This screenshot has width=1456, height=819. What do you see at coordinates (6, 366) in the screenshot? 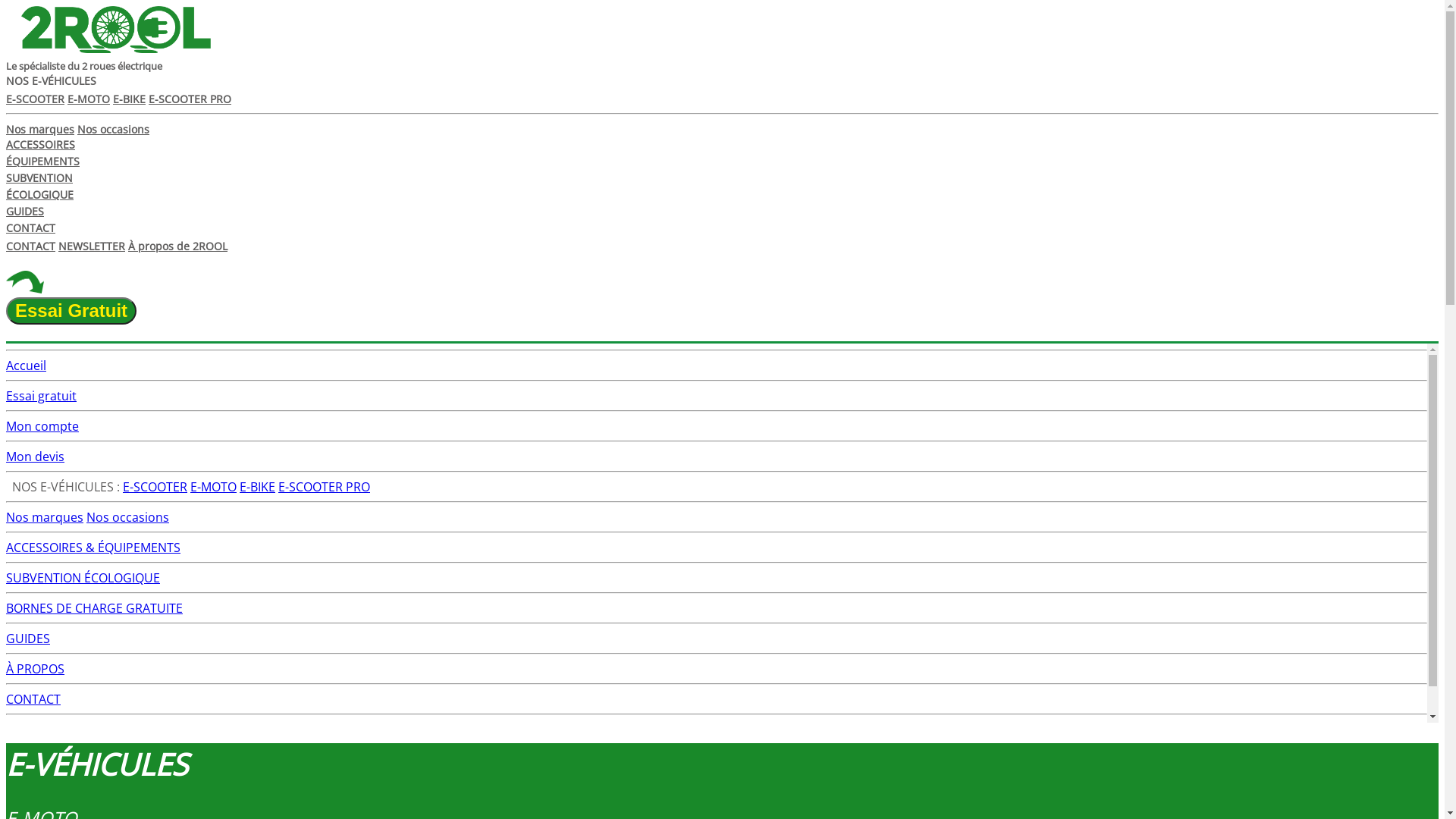
I see `'Accueil'` at bounding box center [6, 366].